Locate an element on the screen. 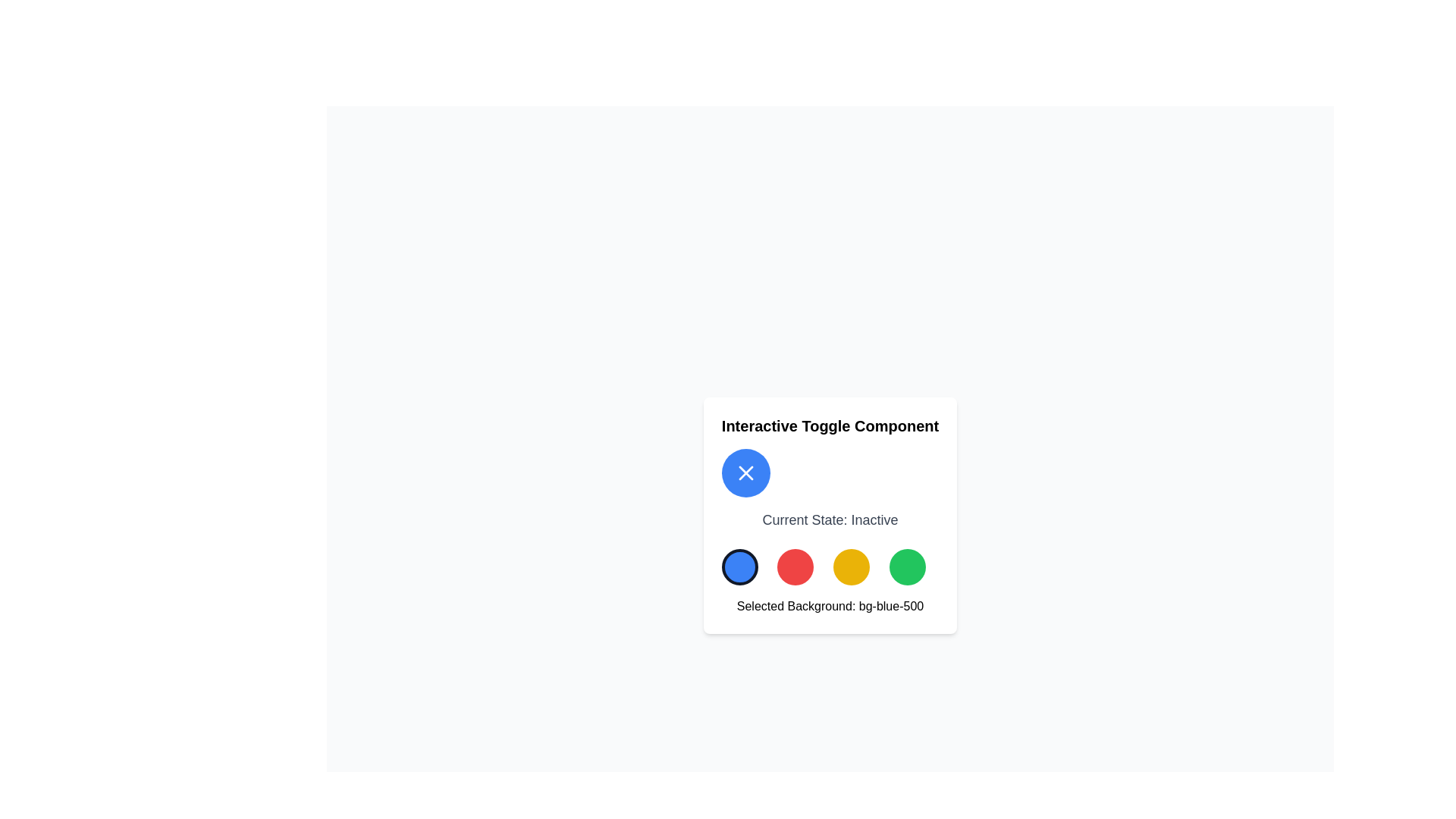 The width and height of the screenshot is (1456, 819). the SVG graphic icon depicting a diagonal cross ('X') located at the center-right area of the interface, which is part of a blue circular button is located at coordinates (745, 472).